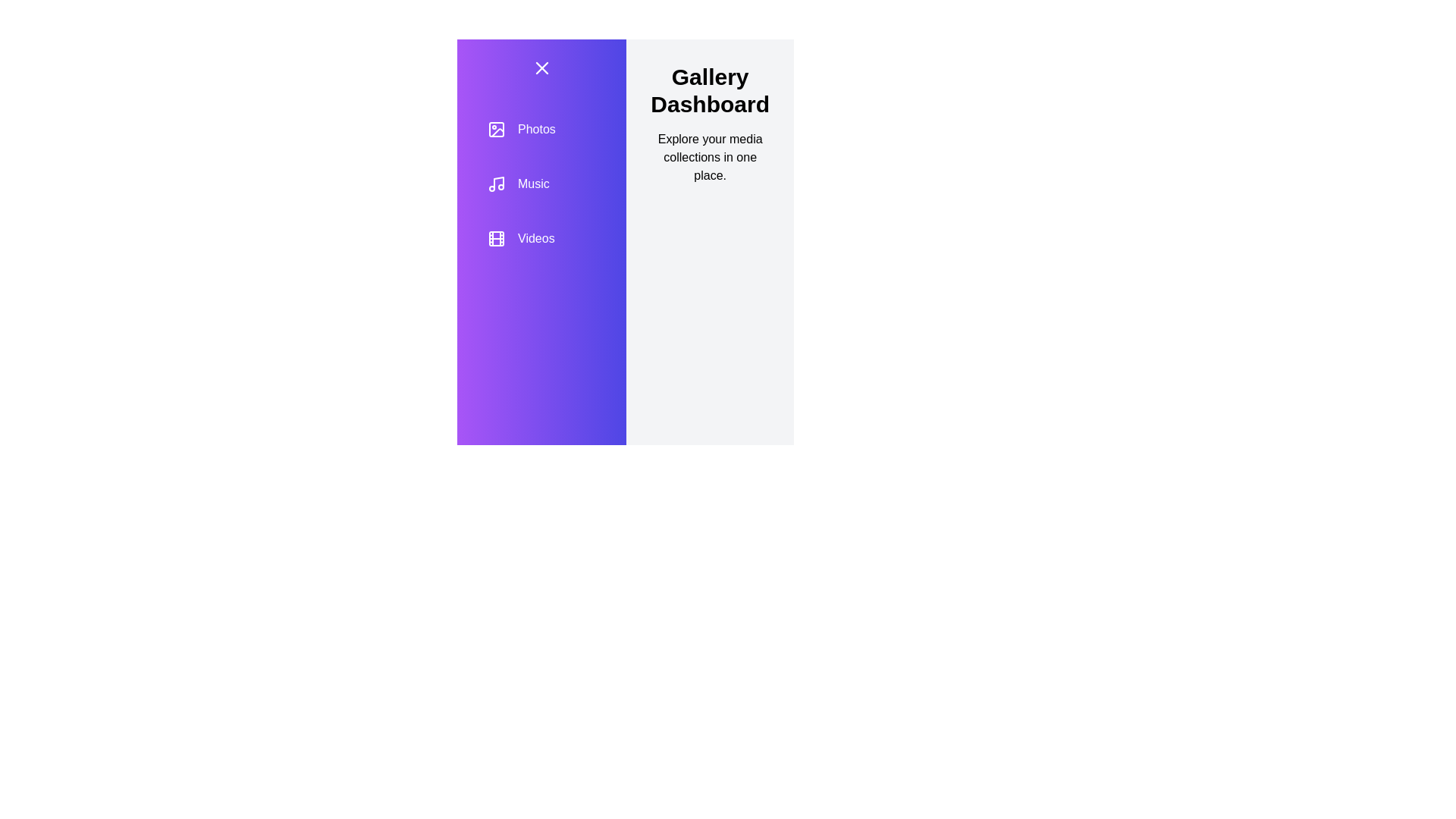  Describe the element at coordinates (541, 128) in the screenshot. I see `the category Photos from the list` at that location.